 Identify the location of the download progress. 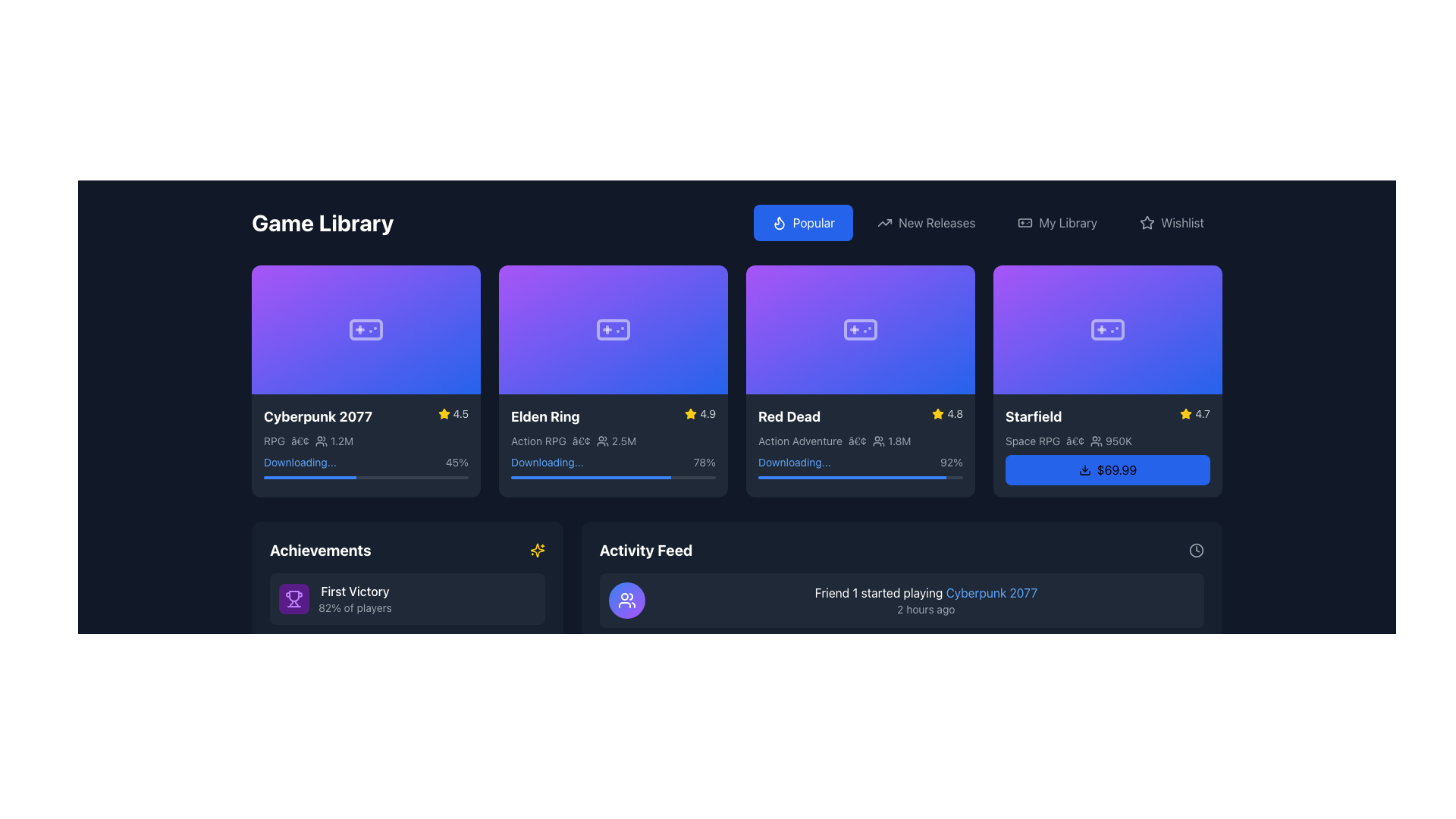
(764, 476).